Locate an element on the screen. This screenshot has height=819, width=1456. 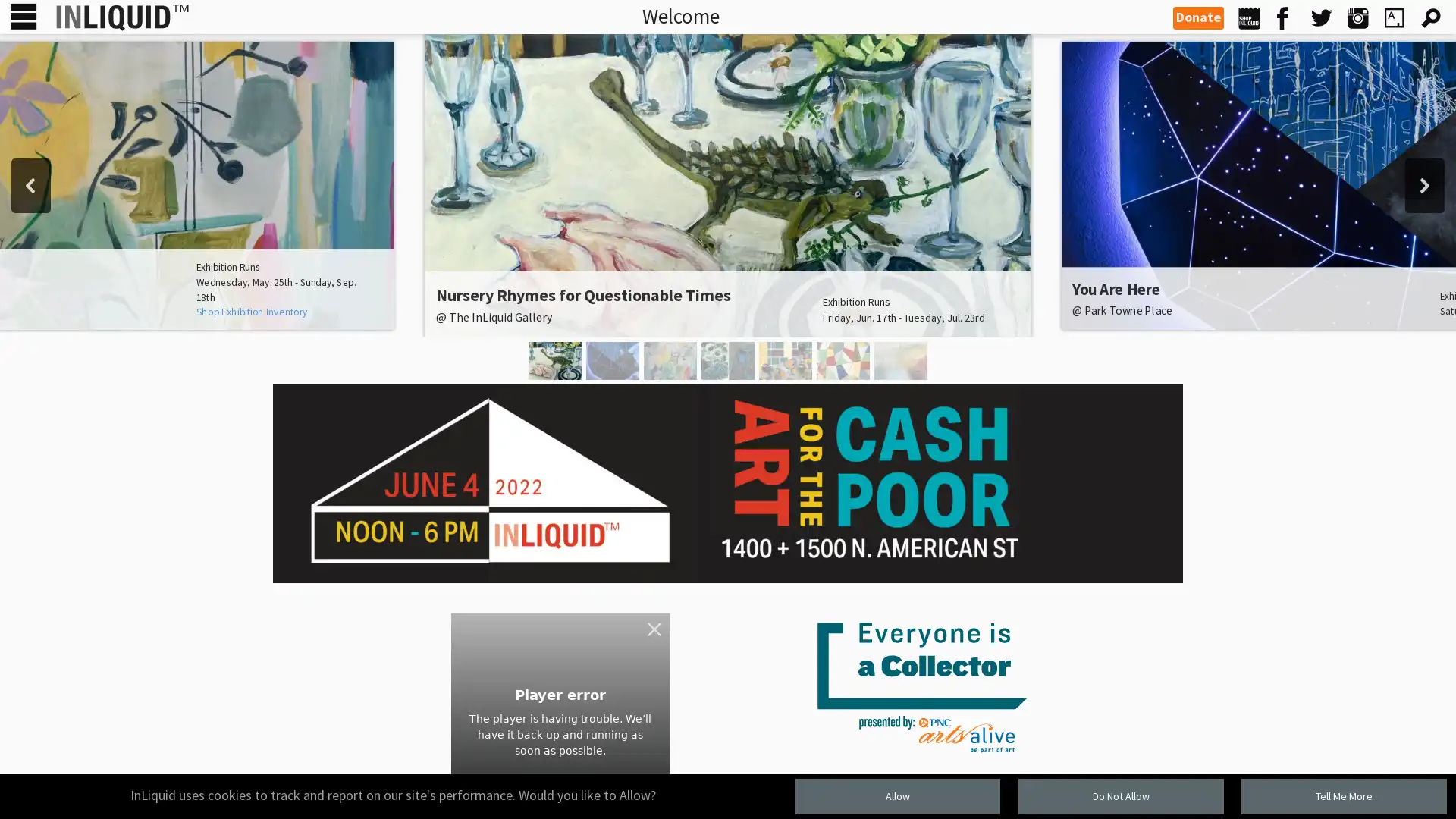
Justin Snow is located at coordinates (900, 360).